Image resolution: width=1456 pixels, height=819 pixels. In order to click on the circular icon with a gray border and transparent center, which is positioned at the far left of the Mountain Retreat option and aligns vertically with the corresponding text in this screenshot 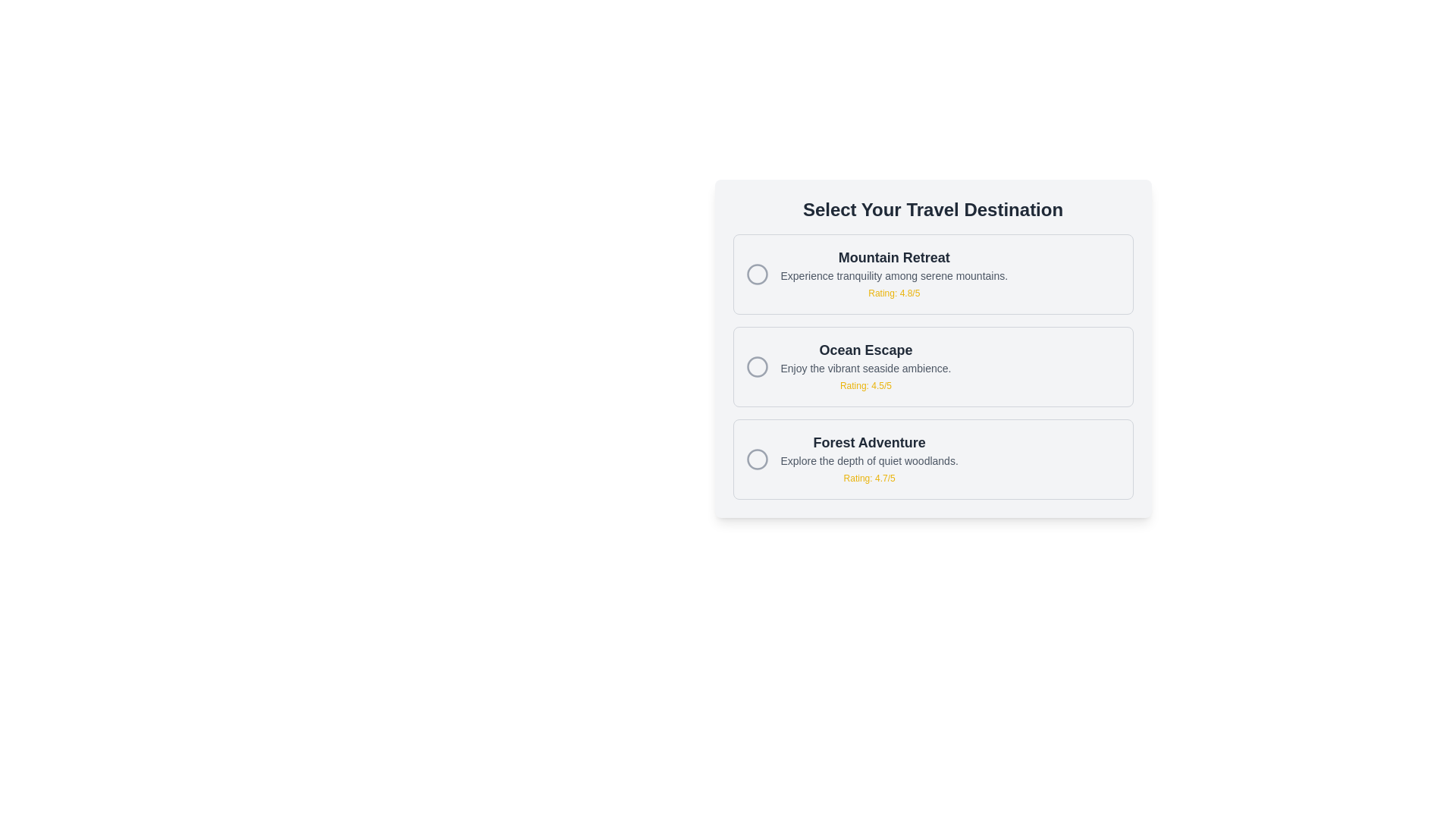, I will do `click(757, 275)`.